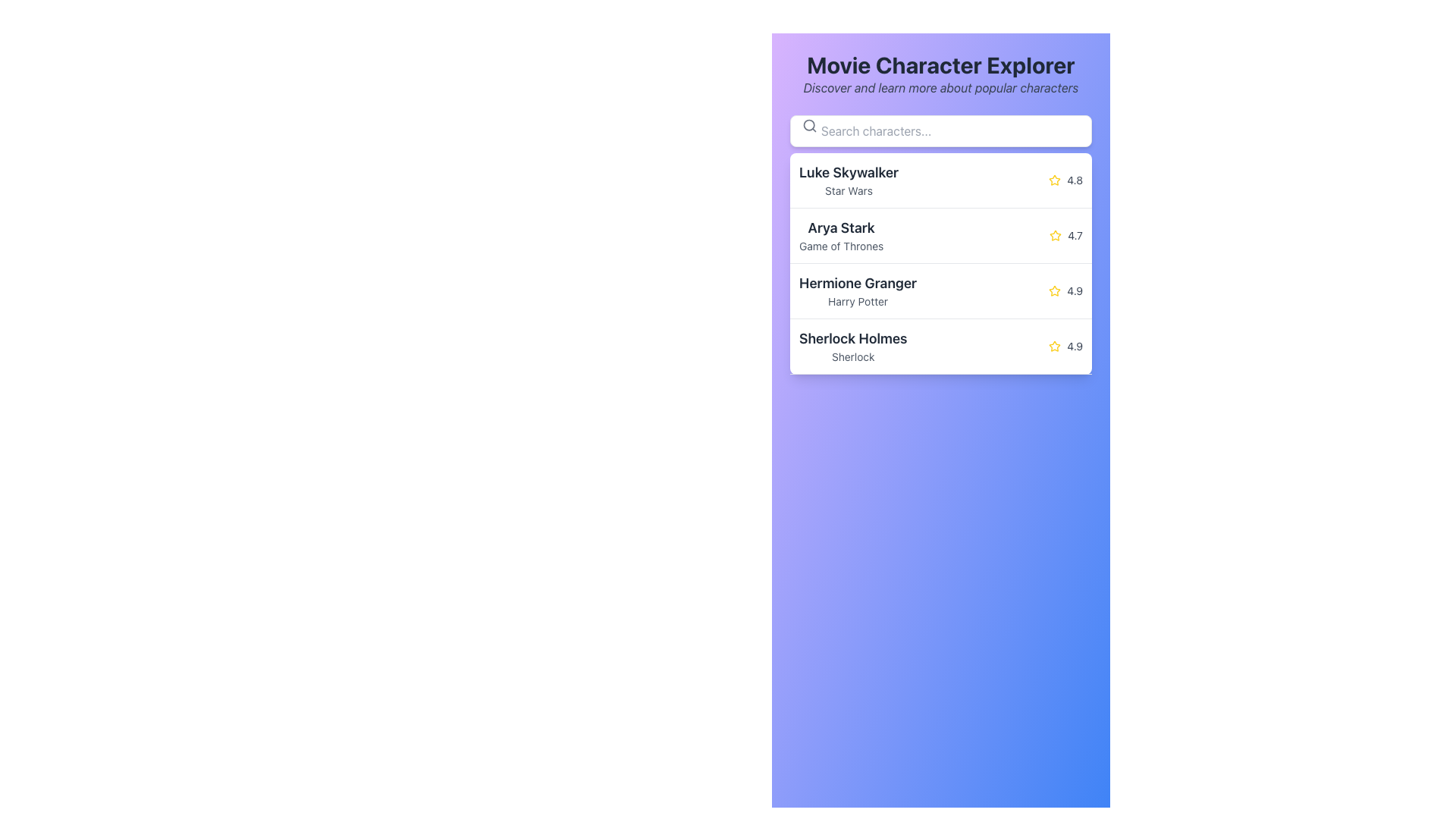 The width and height of the screenshot is (1456, 819). Describe the element at coordinates (940, 87) in the screenshot. I see `static text that says 'Discover and learn more about popular characters', which is located directly beneath the title 'Movie Character Explorer'` at that location.